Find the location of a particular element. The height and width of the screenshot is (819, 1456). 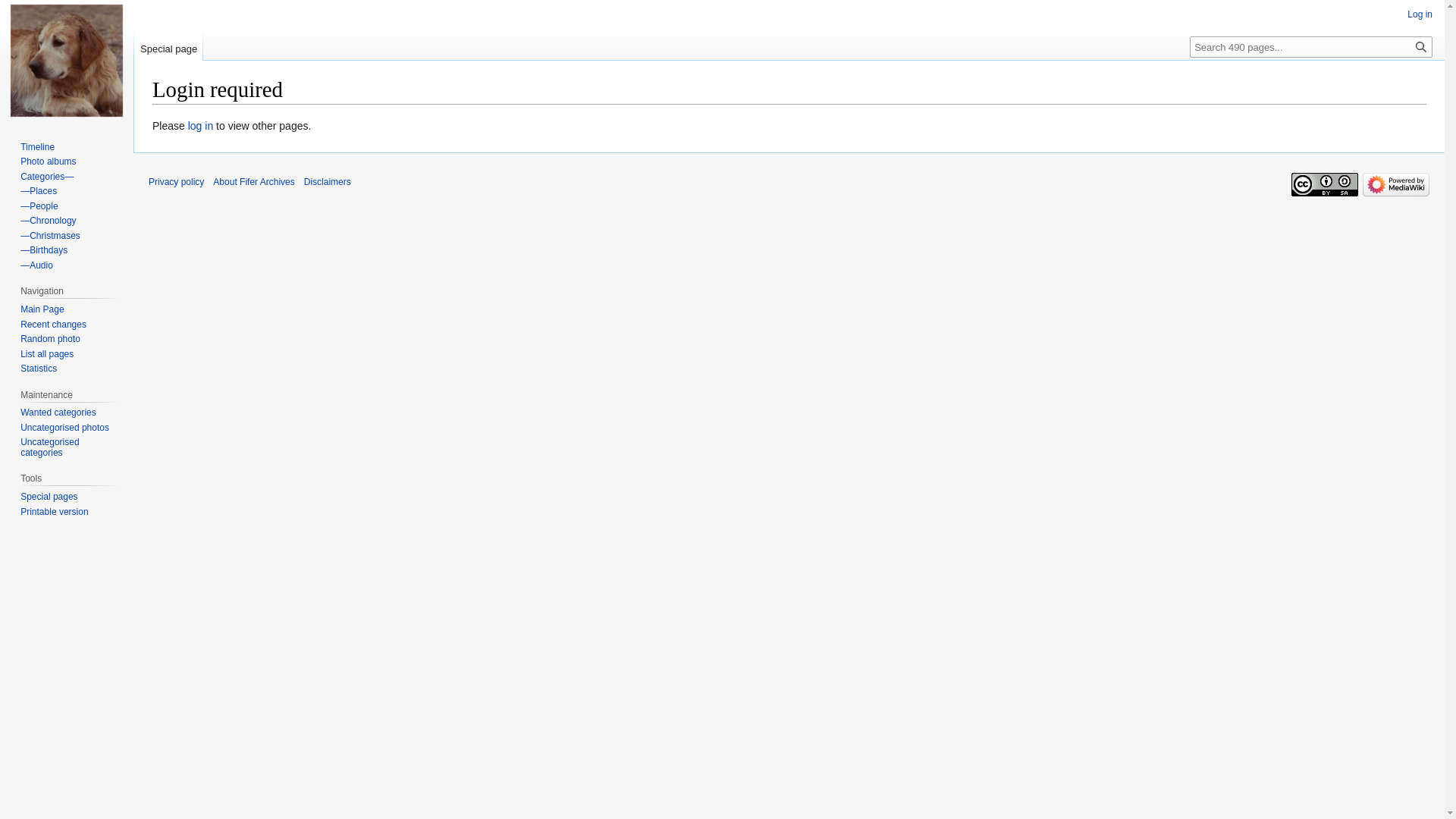

'List all pages' is located at coordinates (20, 353).